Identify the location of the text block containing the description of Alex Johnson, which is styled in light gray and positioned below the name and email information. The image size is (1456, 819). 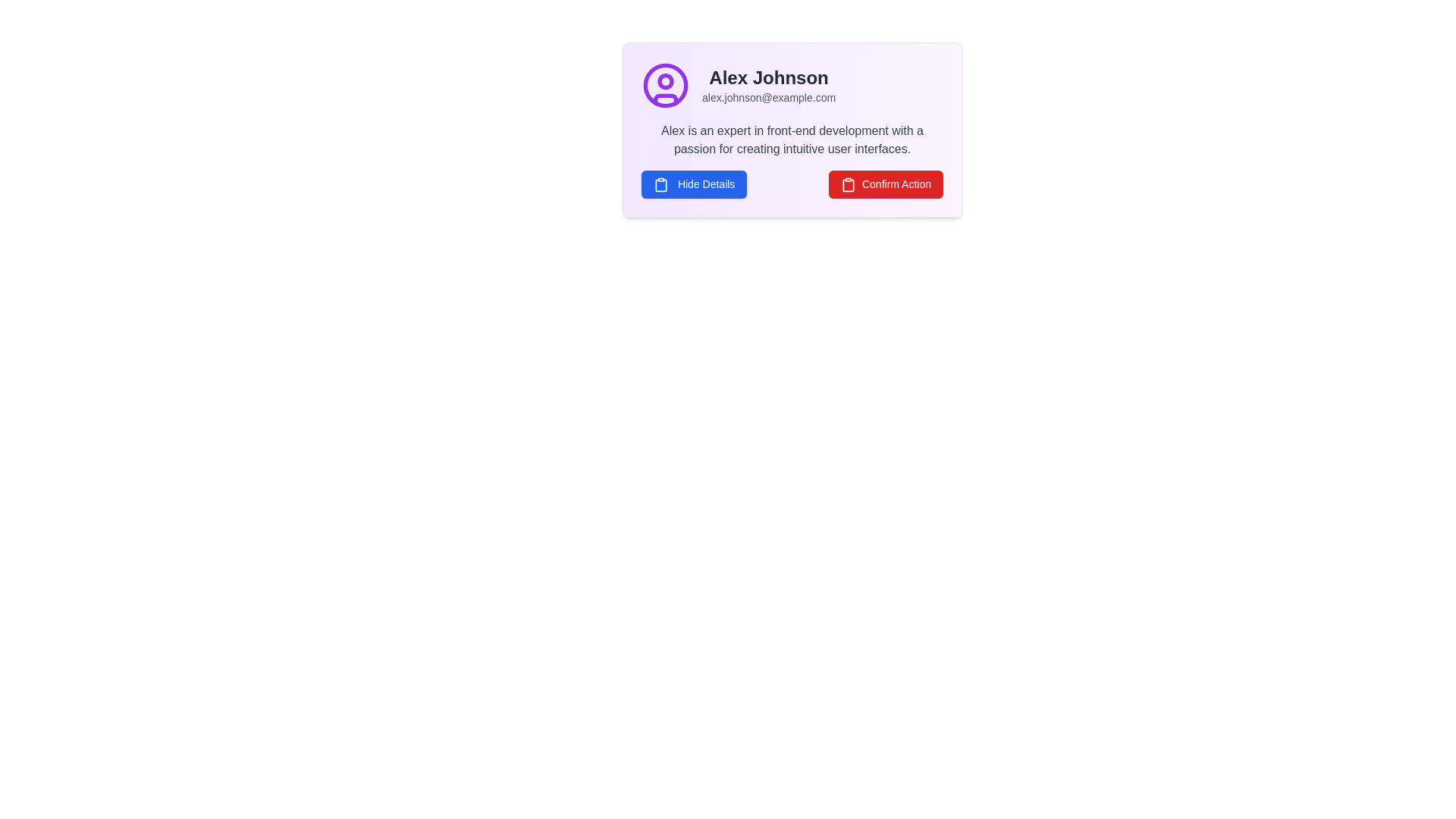
(792, 140).